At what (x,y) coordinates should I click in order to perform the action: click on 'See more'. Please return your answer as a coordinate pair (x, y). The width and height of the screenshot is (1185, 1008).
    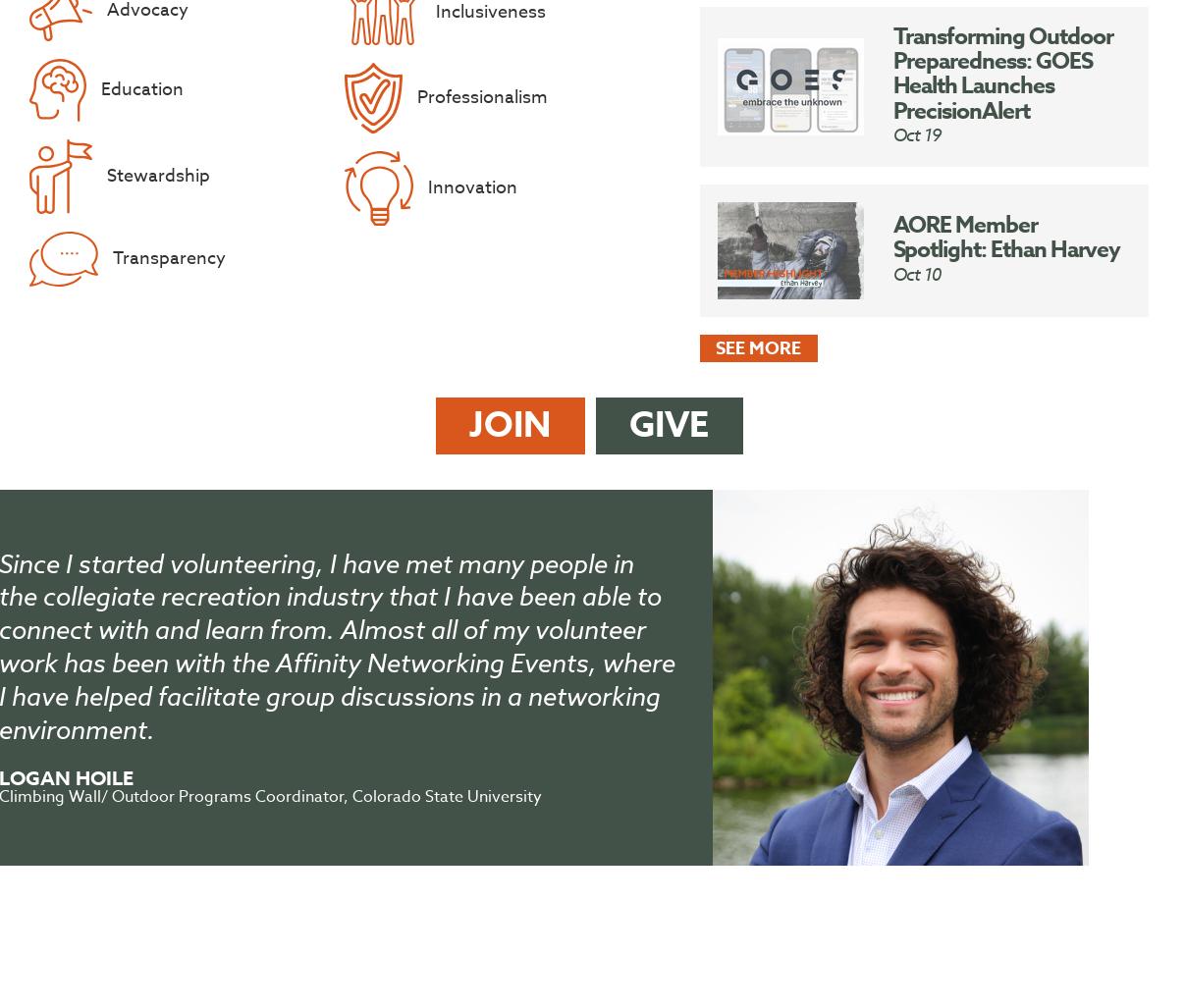
    Looking at the image, I should click on (758, 347).